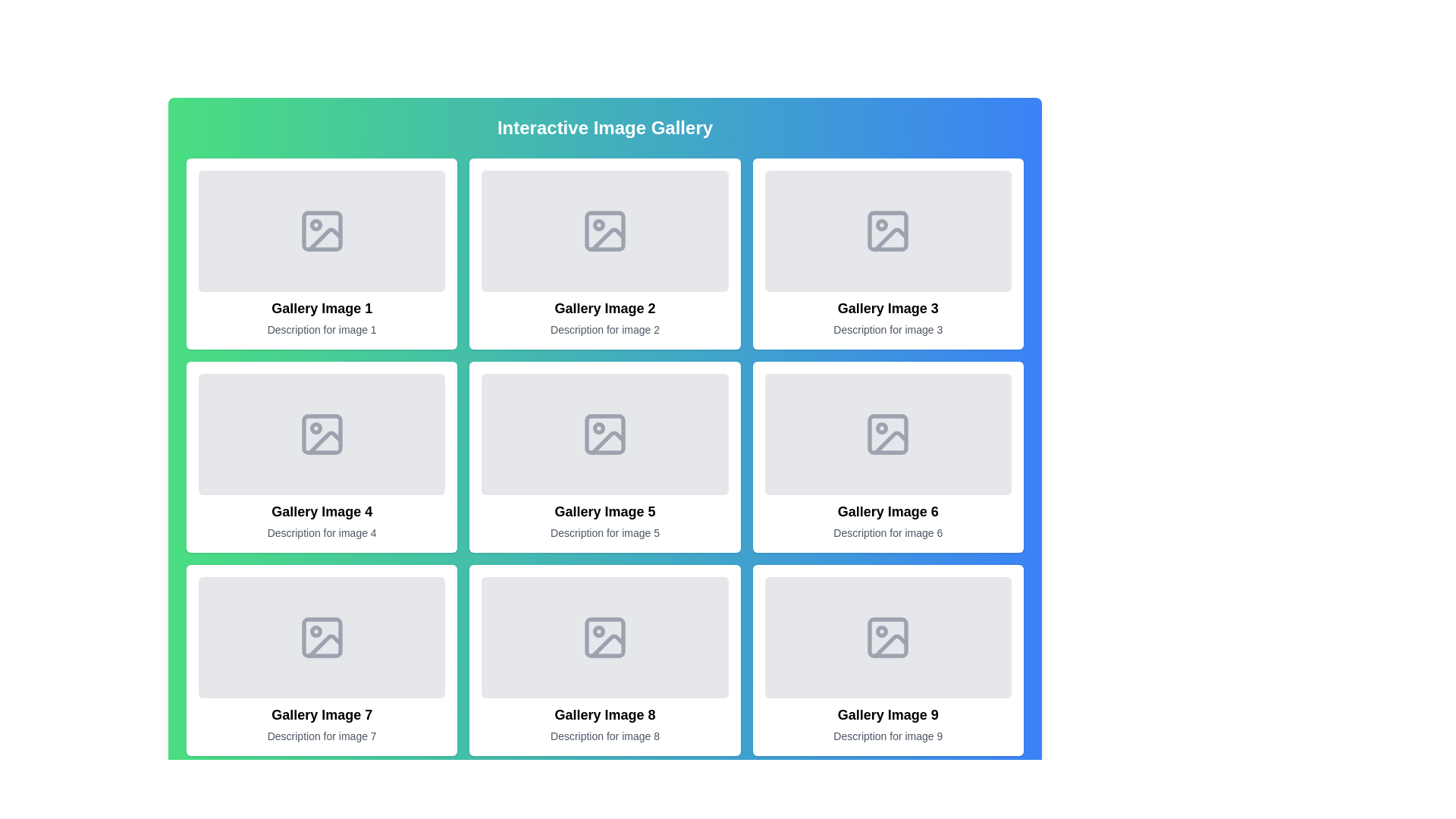  I want to click on the text label that identifies the content of the gallery card labeled 'Gallery Image 6', located in the bottom-middle region of the card, so click(888, 512).